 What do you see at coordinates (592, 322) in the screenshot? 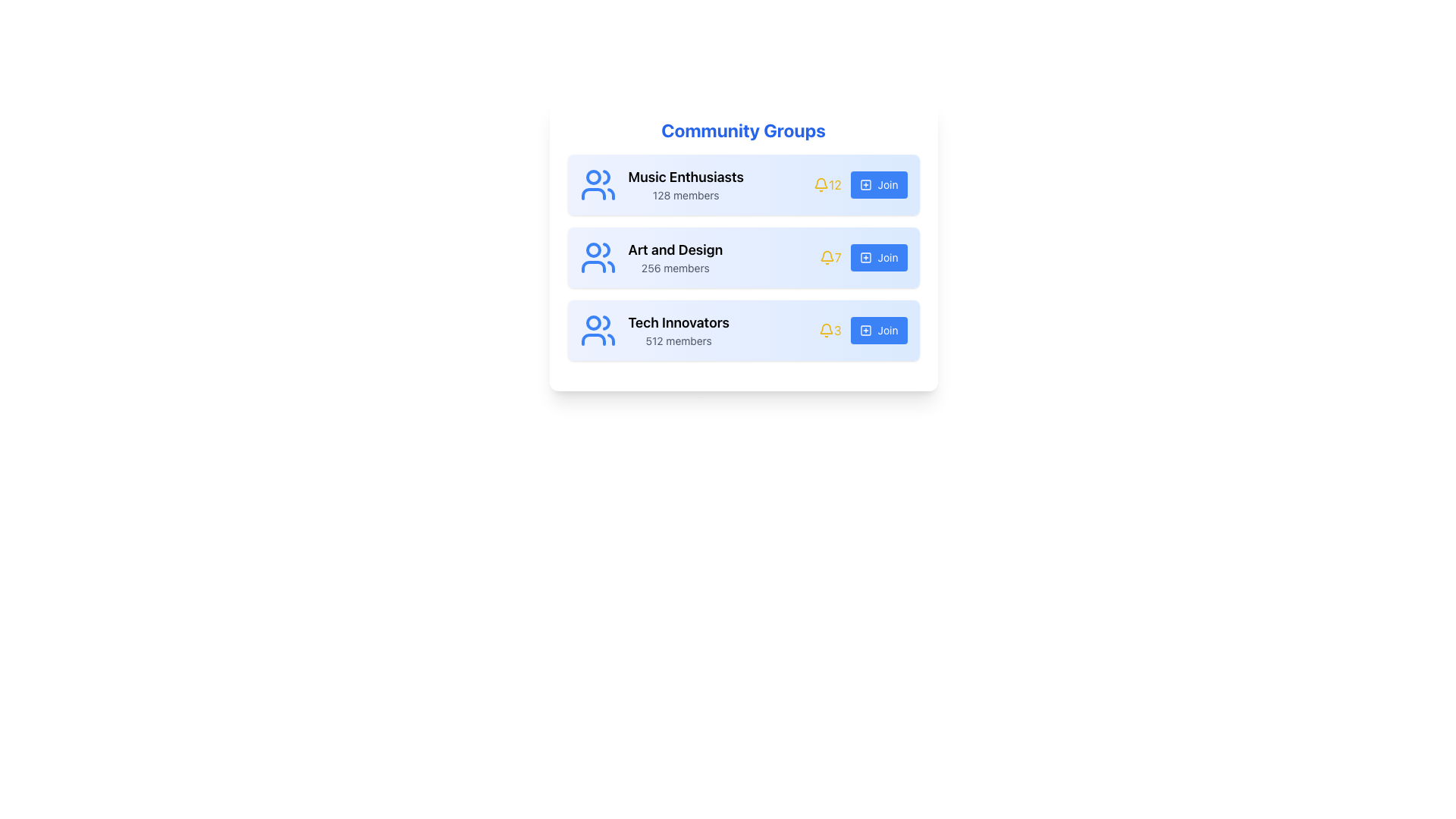
I see `the small circular feature within the 'Community Groups' icon that is positioned to the left of the 'Music Enthusiasts' text` at bounding box center [592, 322].